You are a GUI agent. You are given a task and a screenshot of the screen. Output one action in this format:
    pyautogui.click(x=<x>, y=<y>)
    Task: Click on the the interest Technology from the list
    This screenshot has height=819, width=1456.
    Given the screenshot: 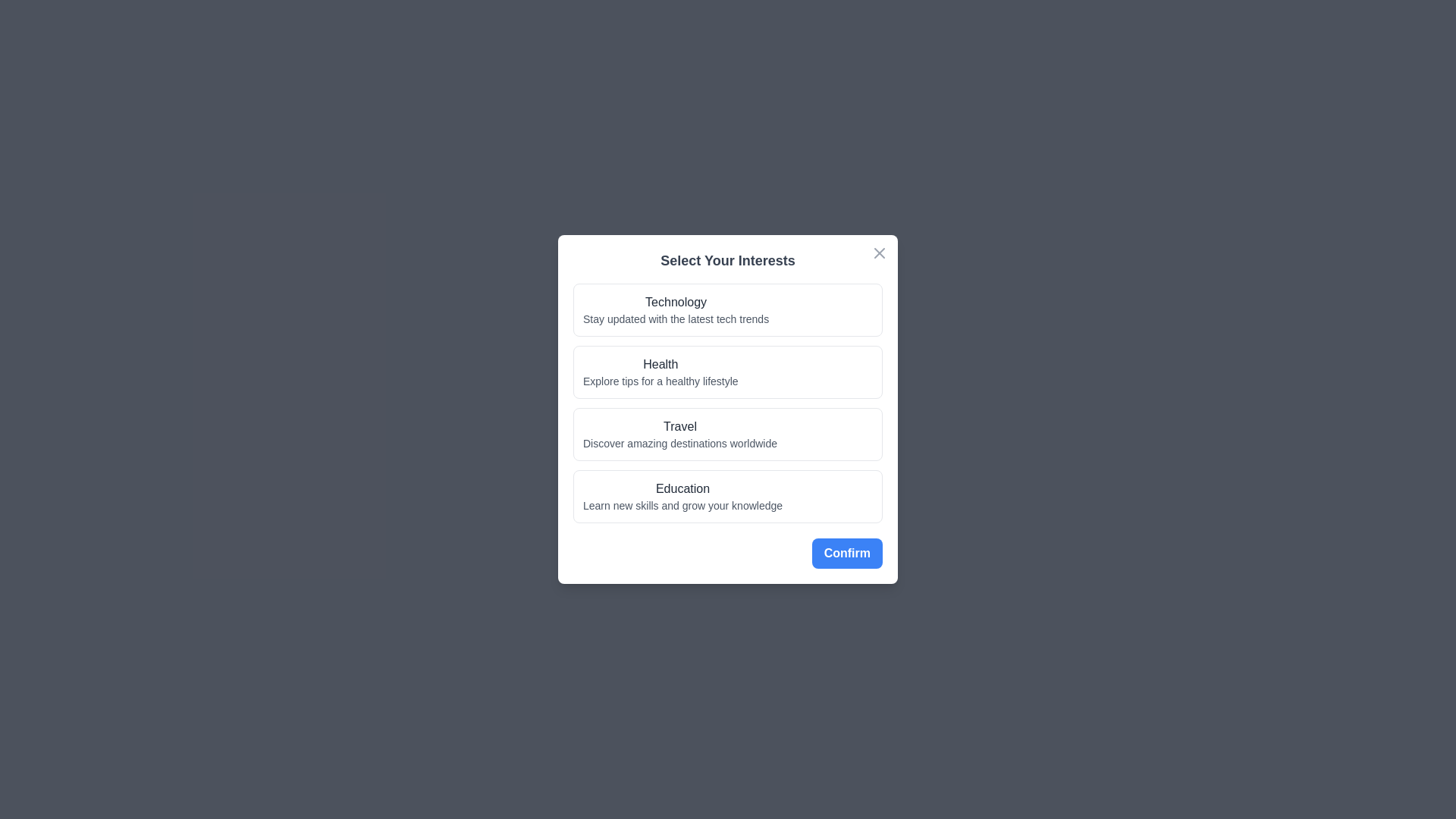 What is the action you would take?
    pyautogui.click(x=728, y=309)
    